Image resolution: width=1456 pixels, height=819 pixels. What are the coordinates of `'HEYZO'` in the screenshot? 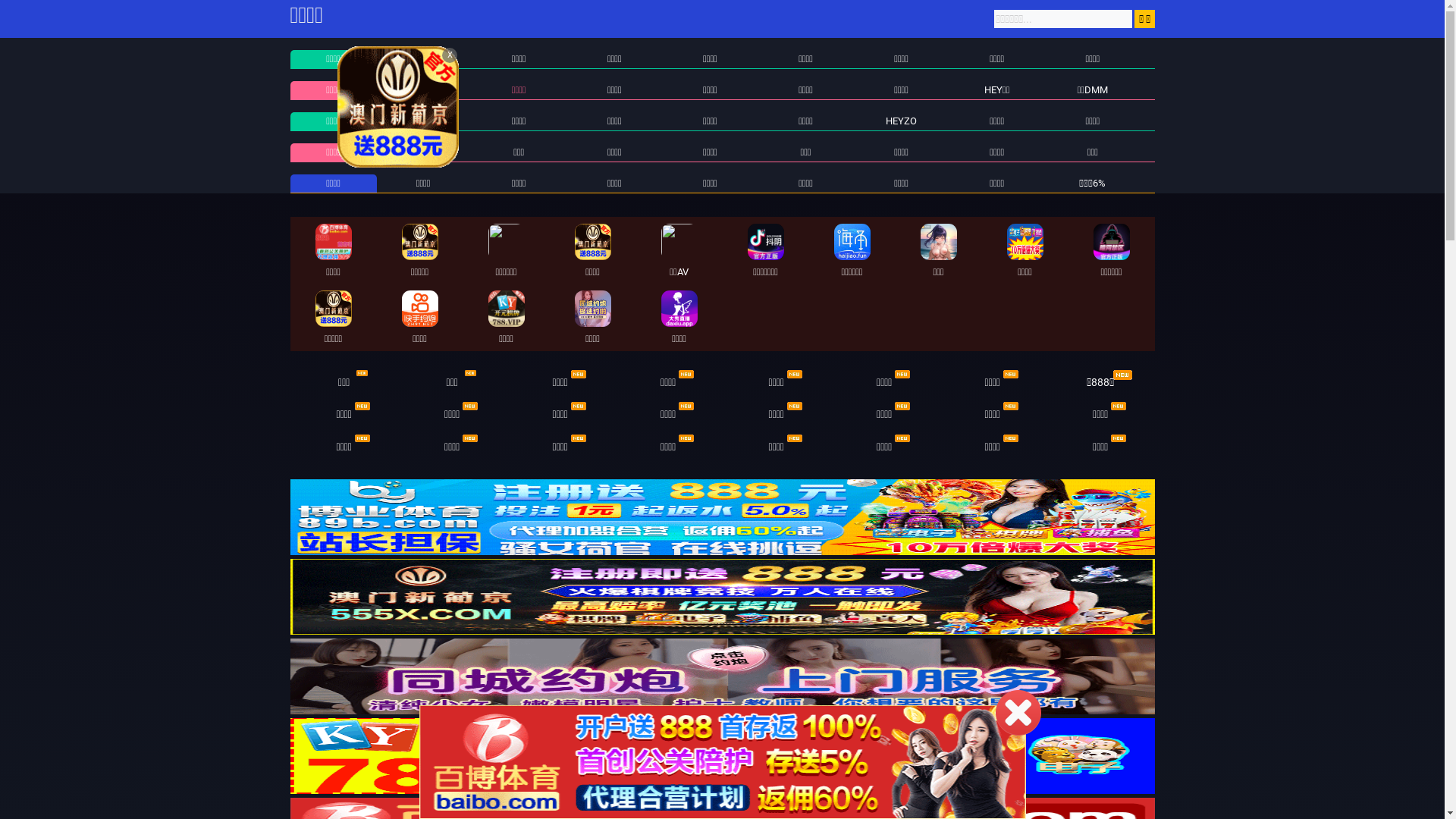 It's located at (901, 120).